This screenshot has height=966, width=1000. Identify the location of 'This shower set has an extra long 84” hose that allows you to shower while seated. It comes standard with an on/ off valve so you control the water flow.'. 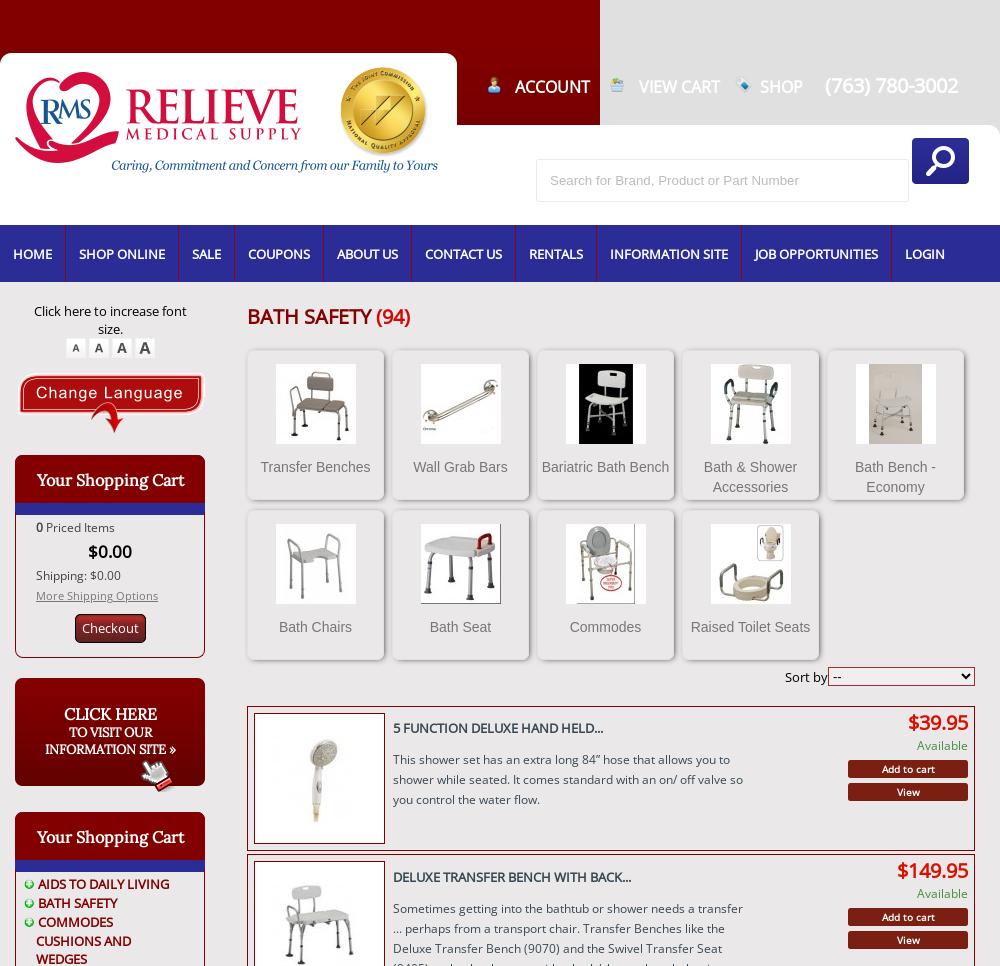
(566, 777).